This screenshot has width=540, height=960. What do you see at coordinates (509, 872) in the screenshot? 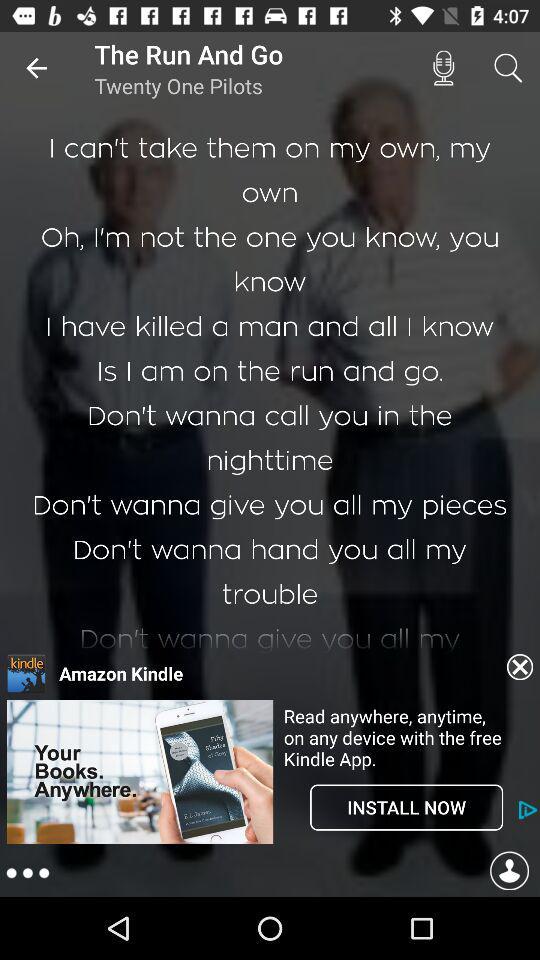
I see `takes you to your profile` at bounding box center [509, 872].